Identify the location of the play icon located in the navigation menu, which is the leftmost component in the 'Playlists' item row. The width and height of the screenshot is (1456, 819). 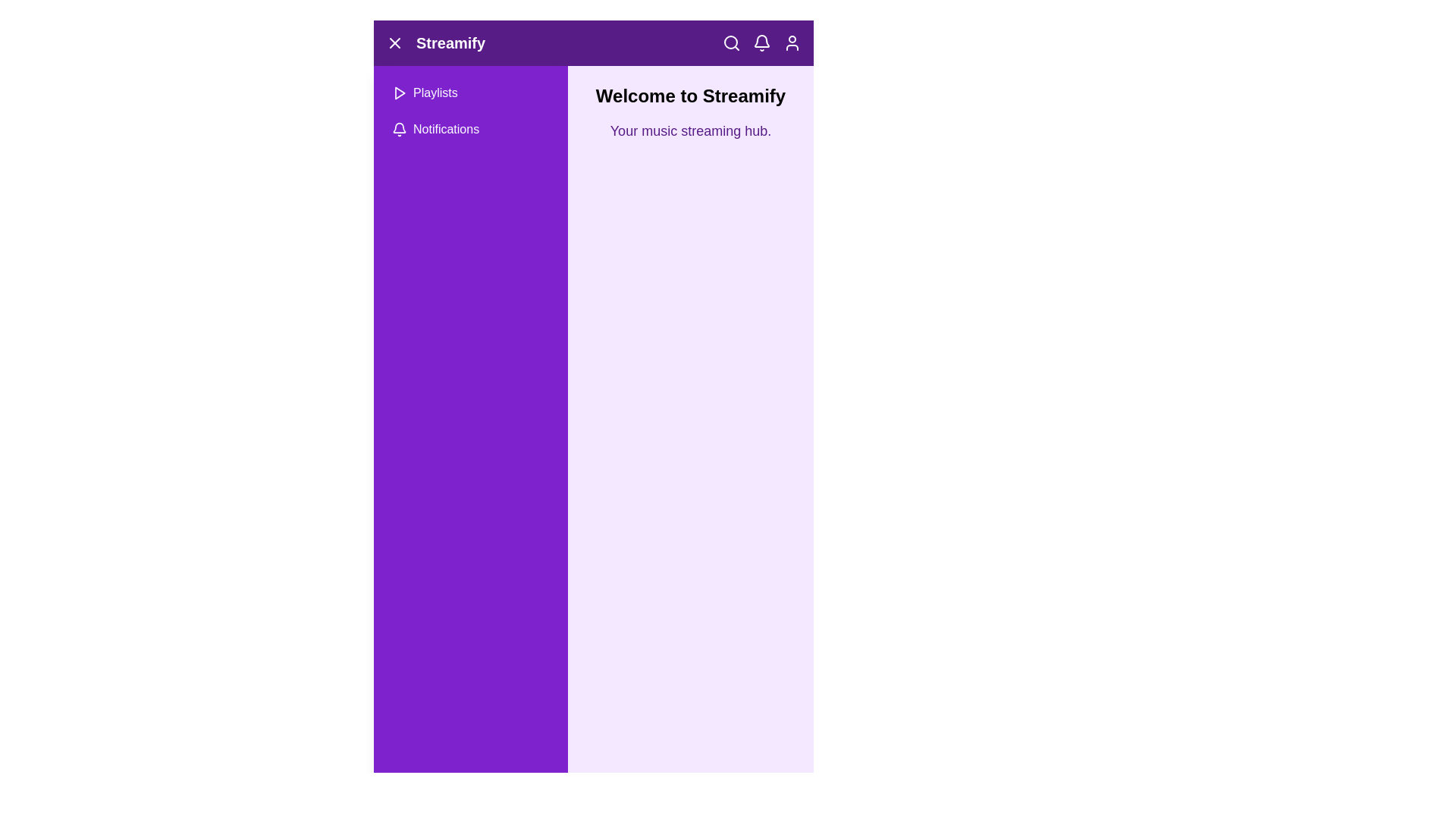
(400, 93).